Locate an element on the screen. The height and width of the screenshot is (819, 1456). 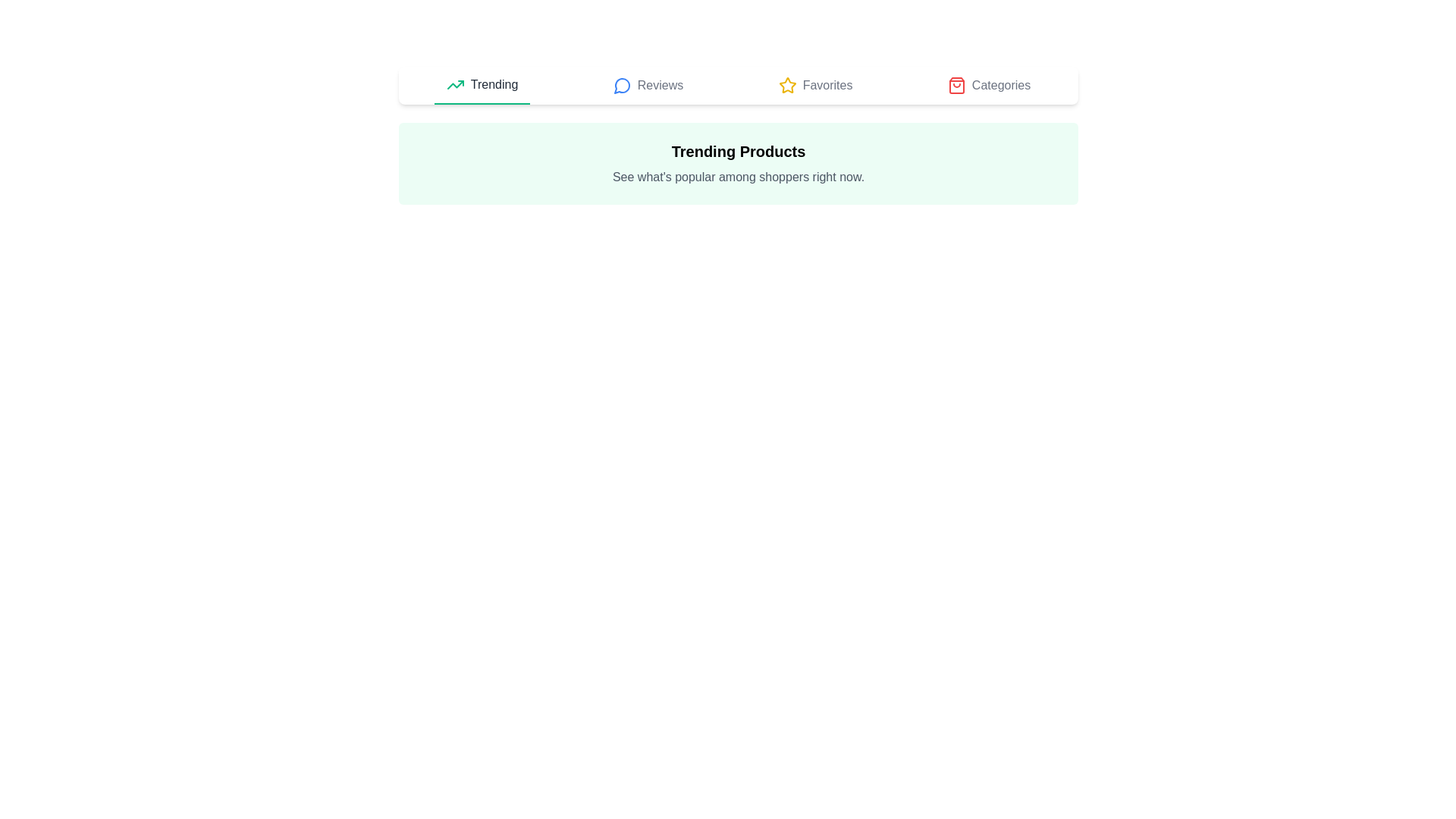
the 'Categories' text label, which is styled with a gray font and located next to a red shopping bag icon in the navigational header is located at coordinates (1001, 85).